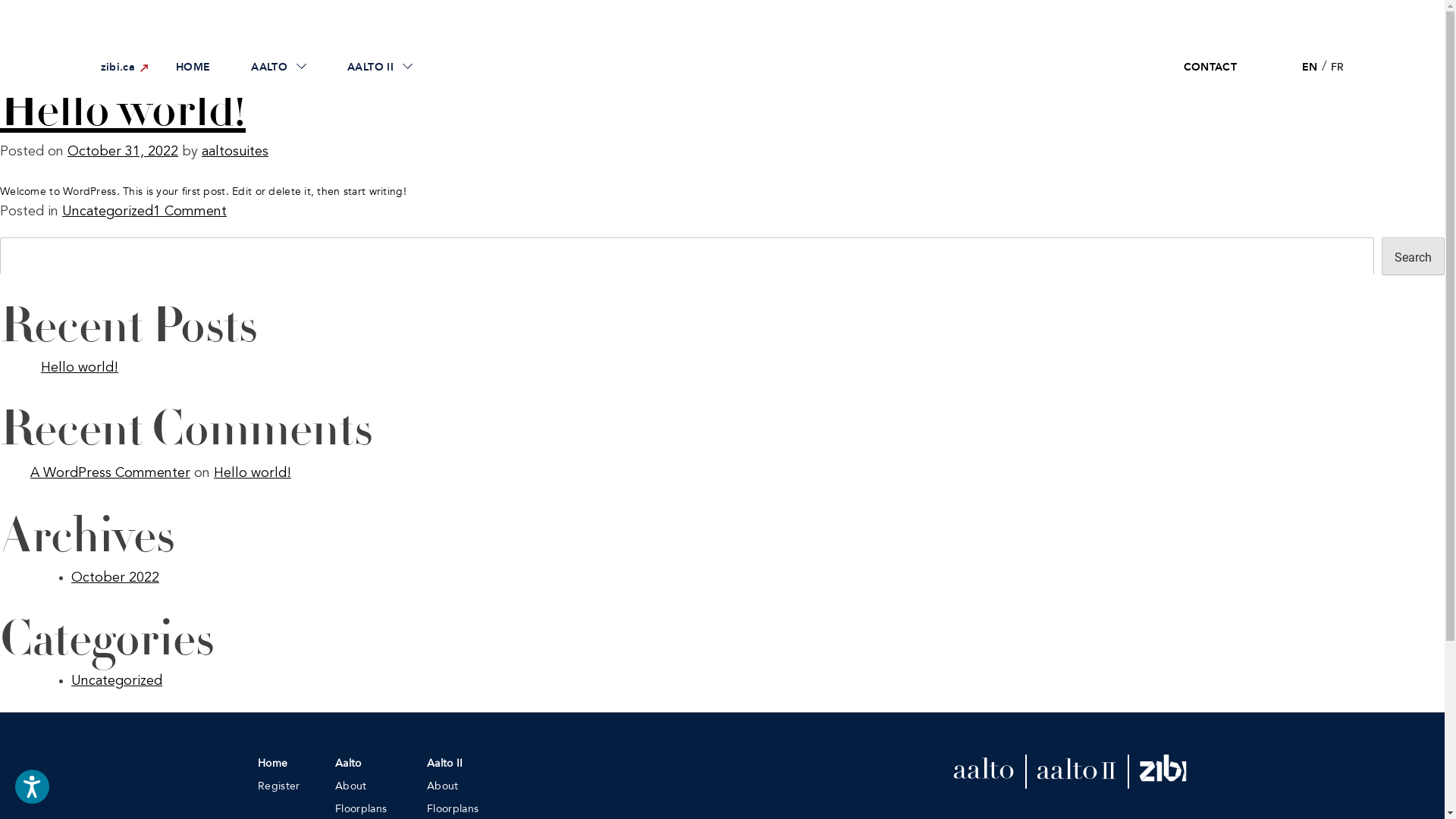 This screenshot has width=1456, height=819. Describe the element at coordinates (278, 66) in the screenshot. I see `'AALTO'` at that location.